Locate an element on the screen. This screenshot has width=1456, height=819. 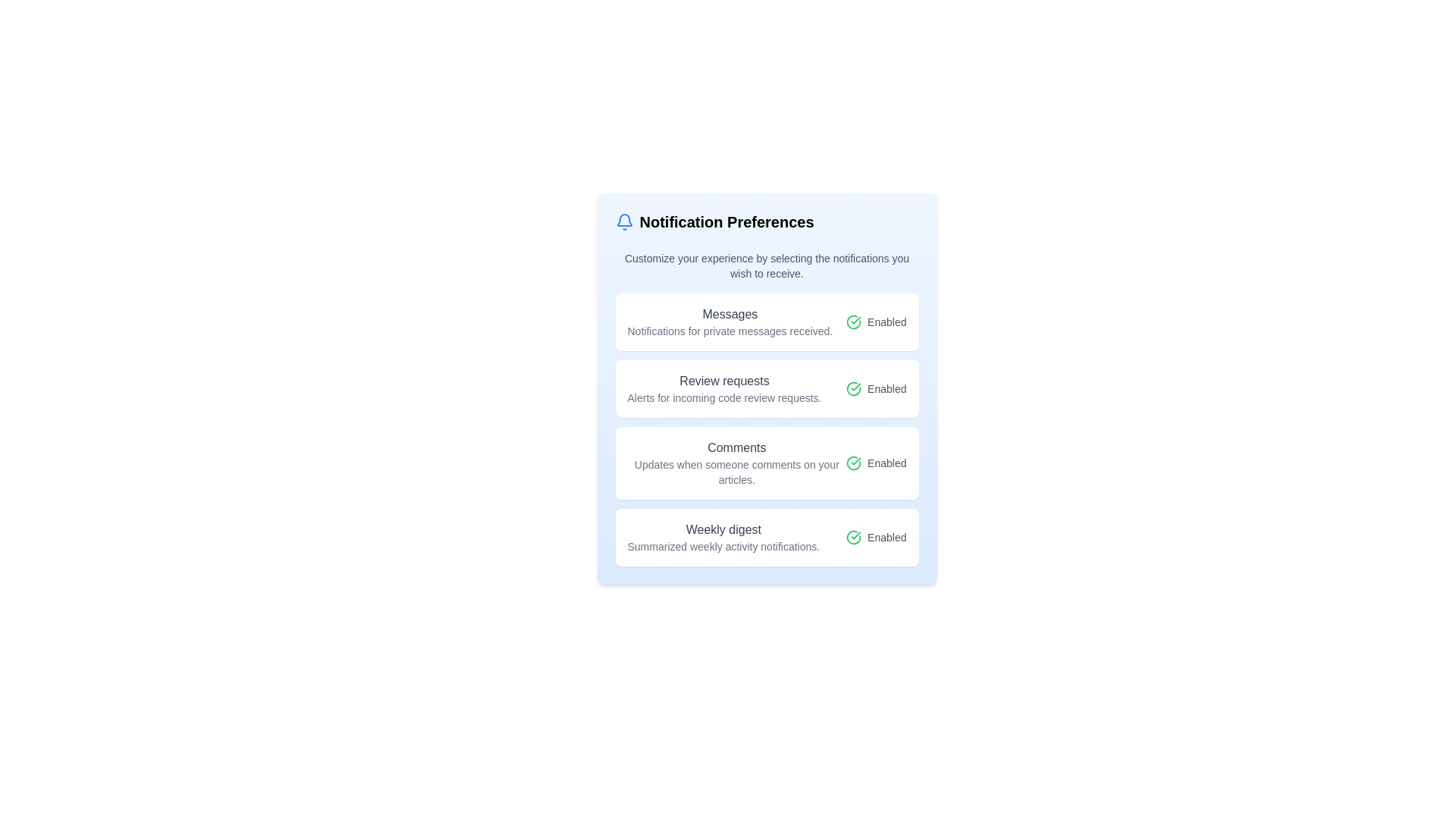
the label with bolded text 'Review requests' and the description 'Alerts for incoming code review requests', located in the second notification setting option card is located at coordinates (723, 388).